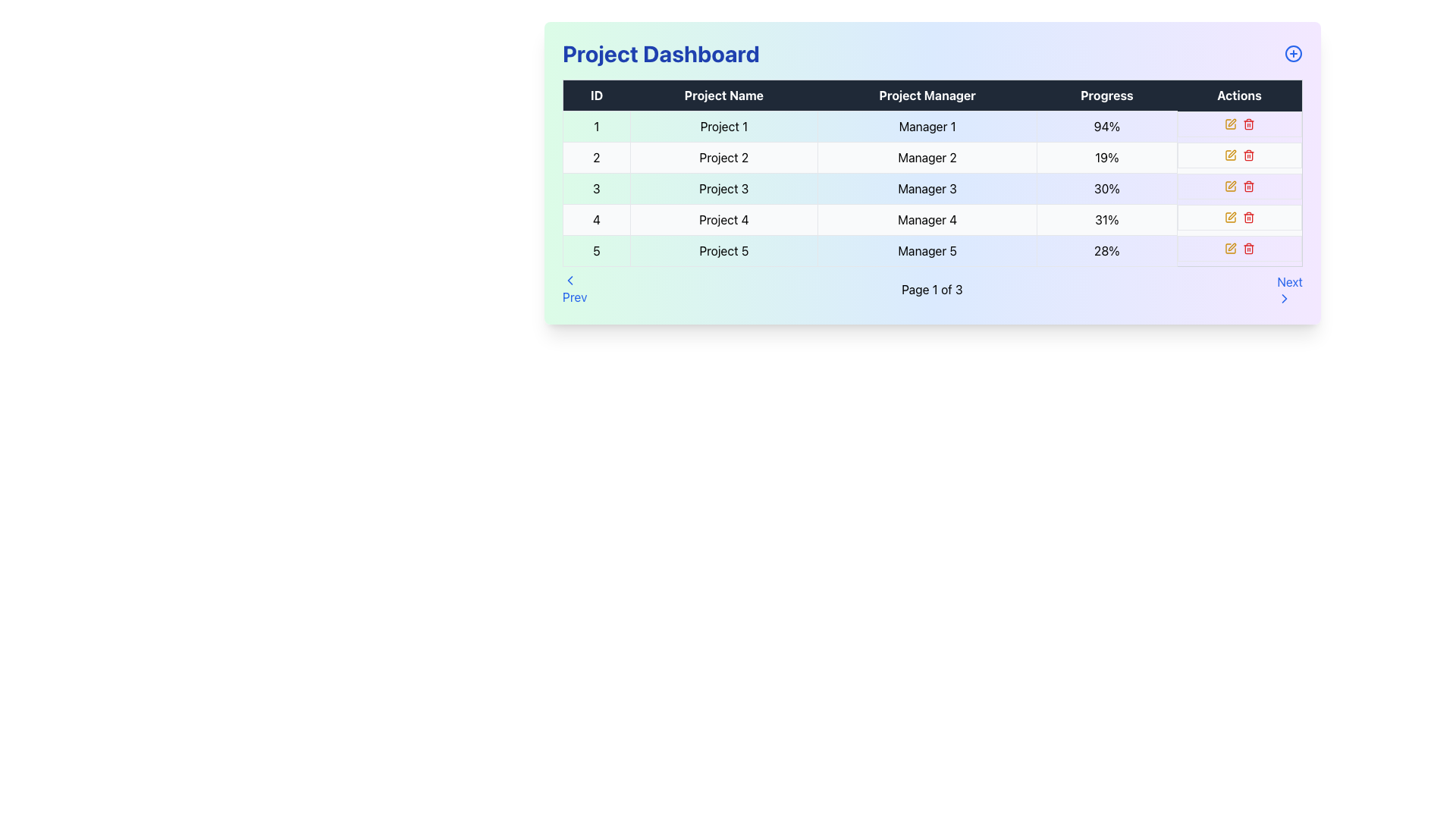 The width and height of the screenshot is (1456, 819). I want to click on the action group icons in the 'Actions' column of the fourth row of the data table, which includes a yellow pencil and a red trash can for editing and deleting functionalities, respectively, so click(1239, 217).